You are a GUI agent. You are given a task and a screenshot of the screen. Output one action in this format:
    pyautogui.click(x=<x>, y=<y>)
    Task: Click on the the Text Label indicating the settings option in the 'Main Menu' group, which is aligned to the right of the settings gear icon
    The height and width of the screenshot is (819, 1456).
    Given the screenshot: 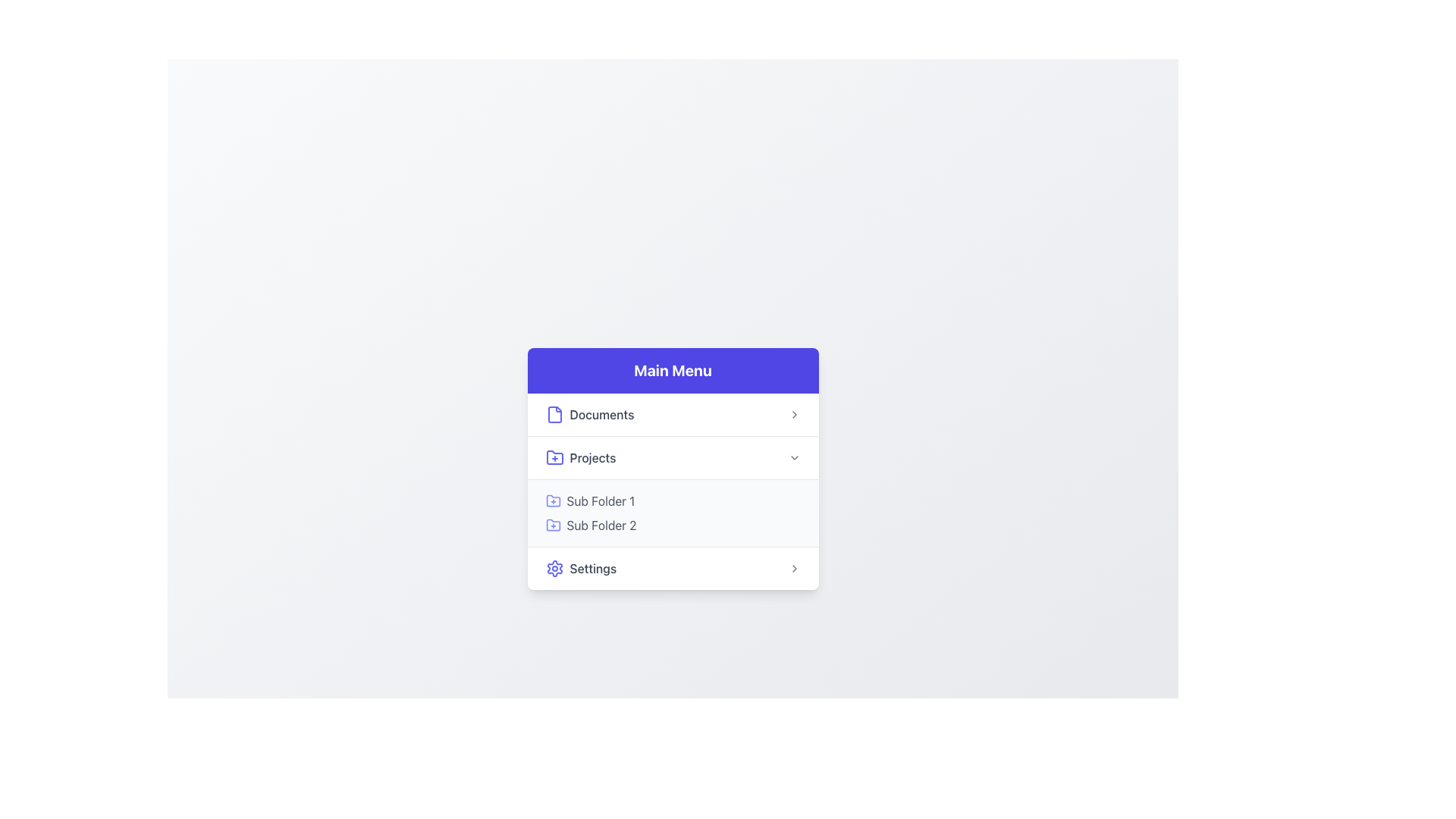 What is the action you would take?
    pyautogui.click(x=592, y=568)
    